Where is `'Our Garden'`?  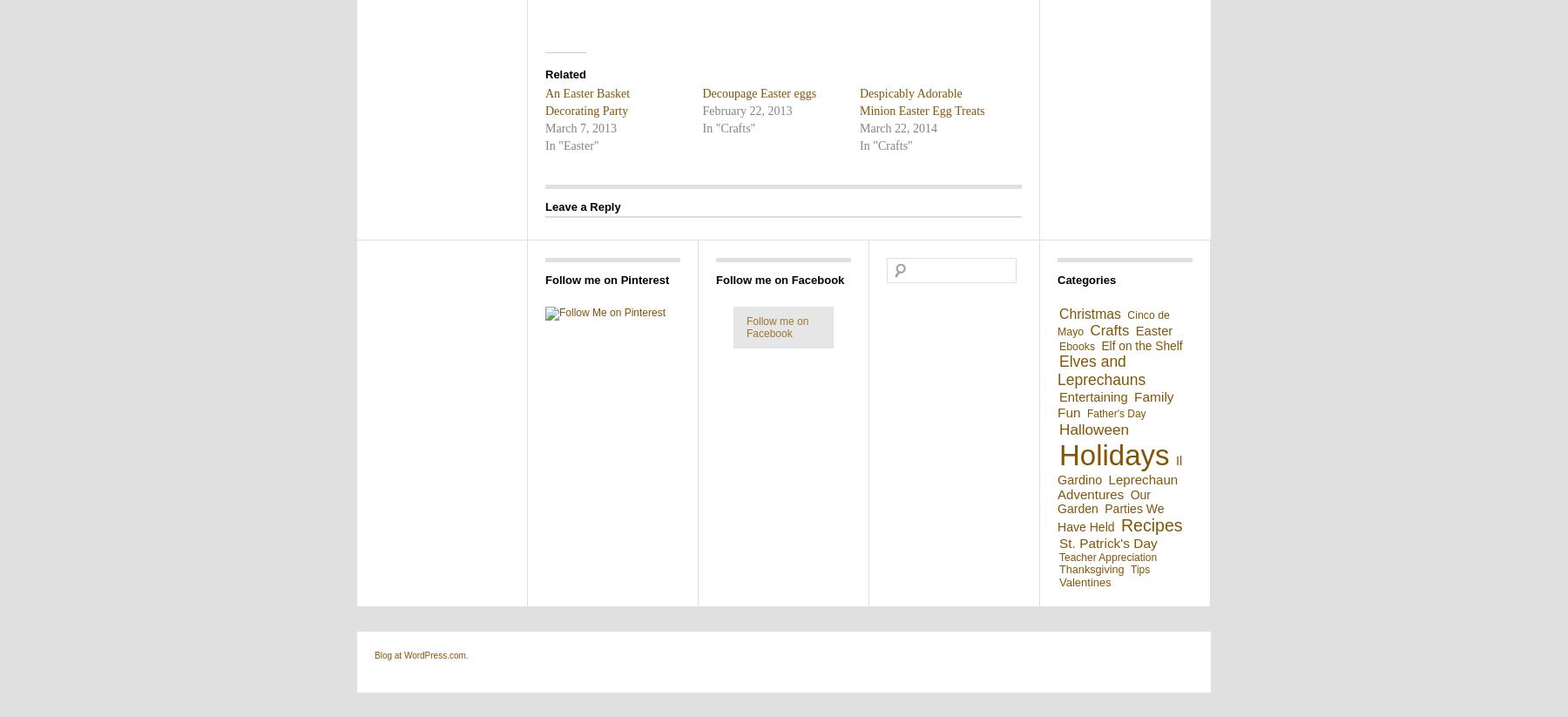
'Our Garden' is located at coordinates (1104, 502).